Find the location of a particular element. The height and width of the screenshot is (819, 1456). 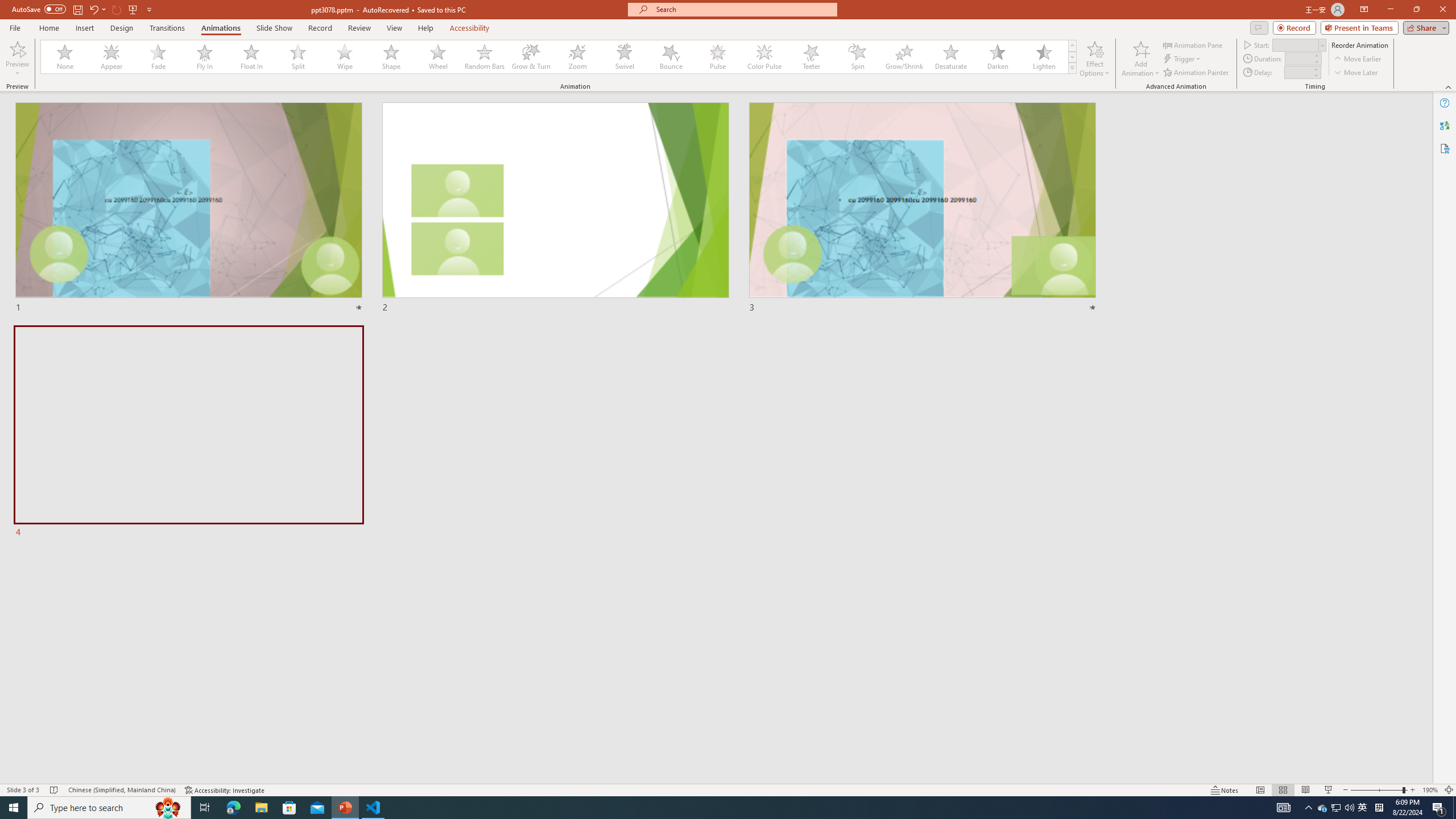

'Move Later' is located at coordinates (1356, 72).